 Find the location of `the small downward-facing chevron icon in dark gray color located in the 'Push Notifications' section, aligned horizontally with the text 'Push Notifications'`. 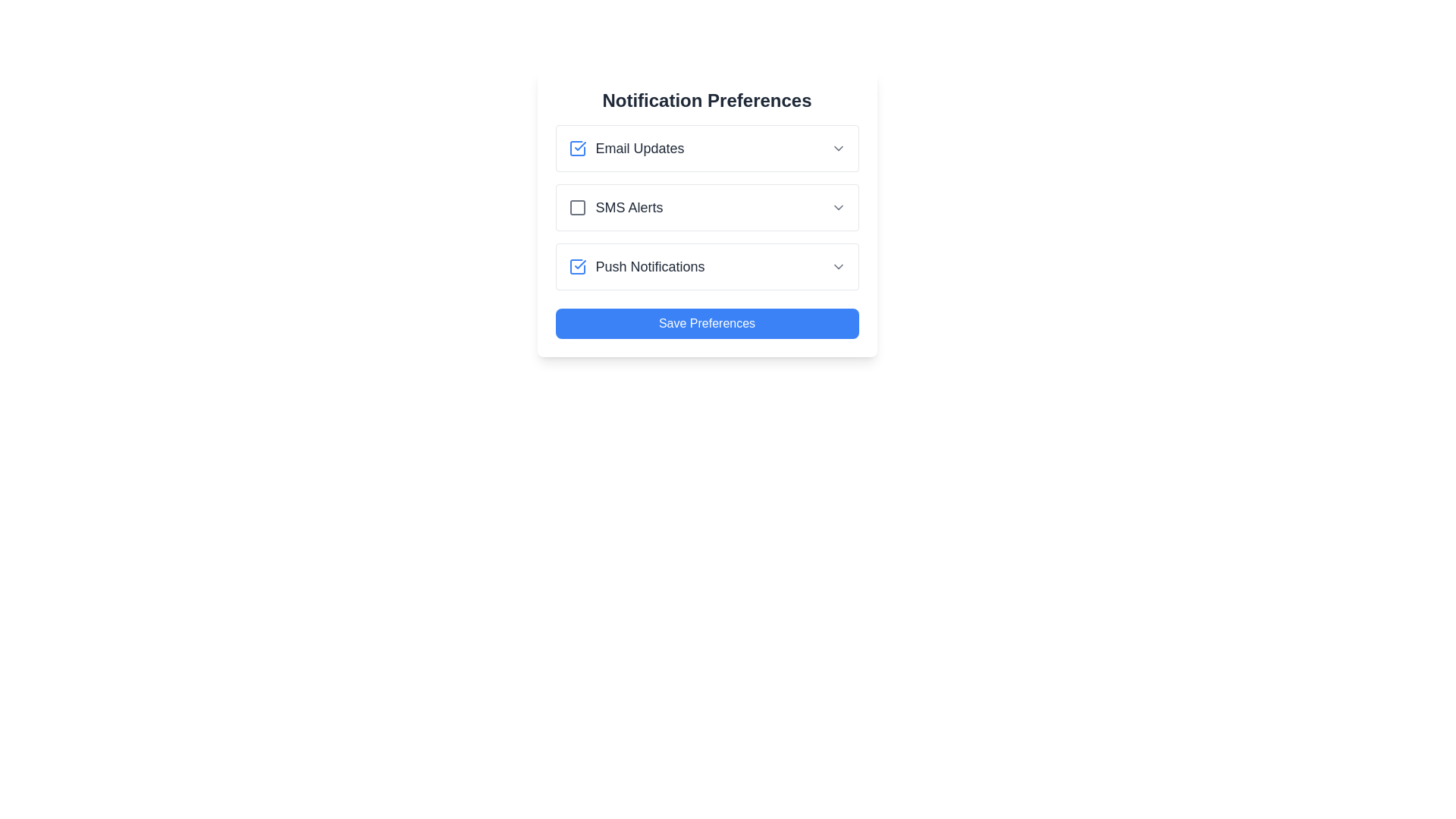

the small downward-facing chevron icon in dark gray color located in the 'Push Notifications' section, aligned horizontally with the text 'Push Notifications' is located at coordinates (837, 265).